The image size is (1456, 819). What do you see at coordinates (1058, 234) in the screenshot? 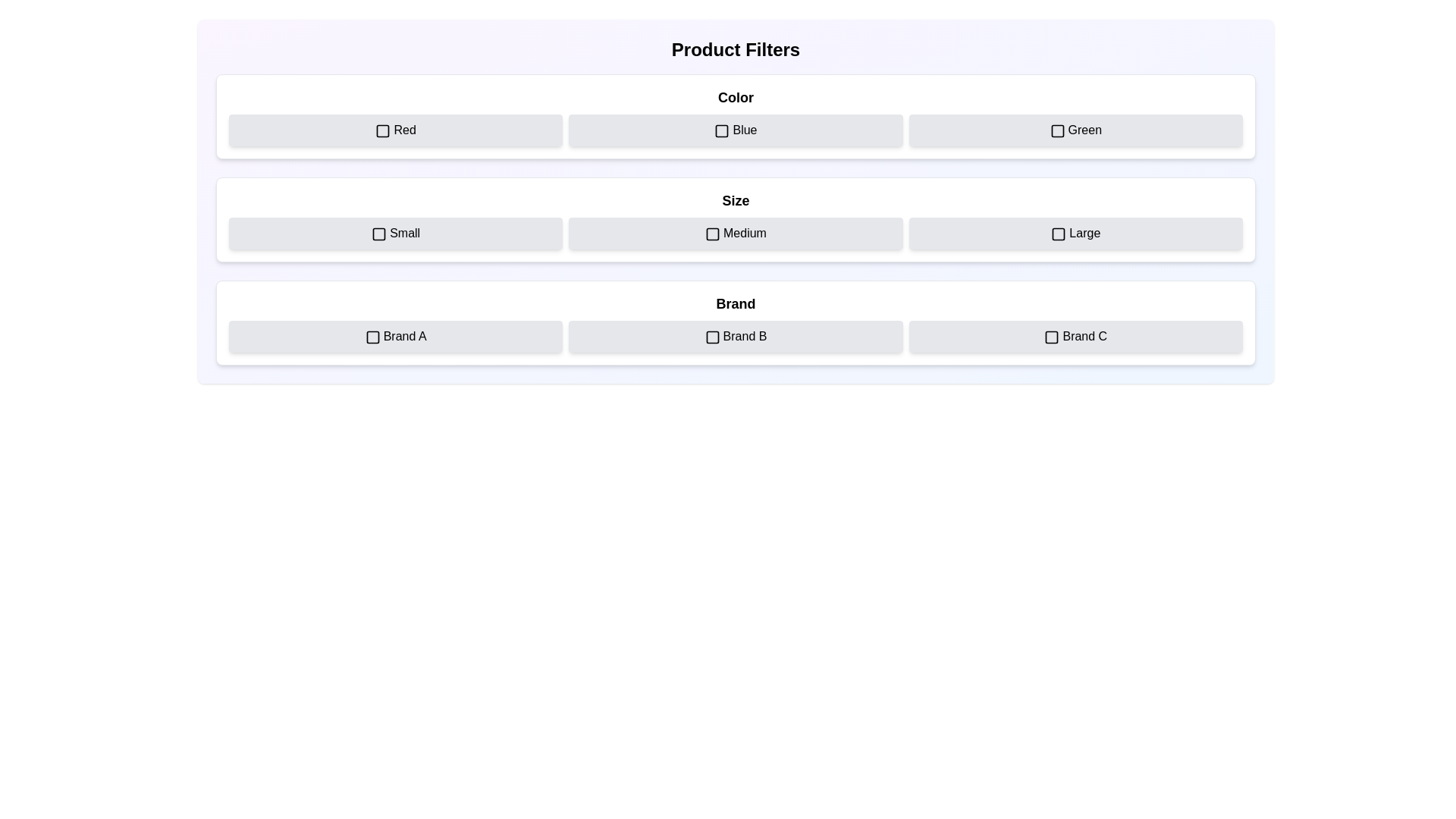
I see `the checkbox icon` at bounding box center [1058, 234].